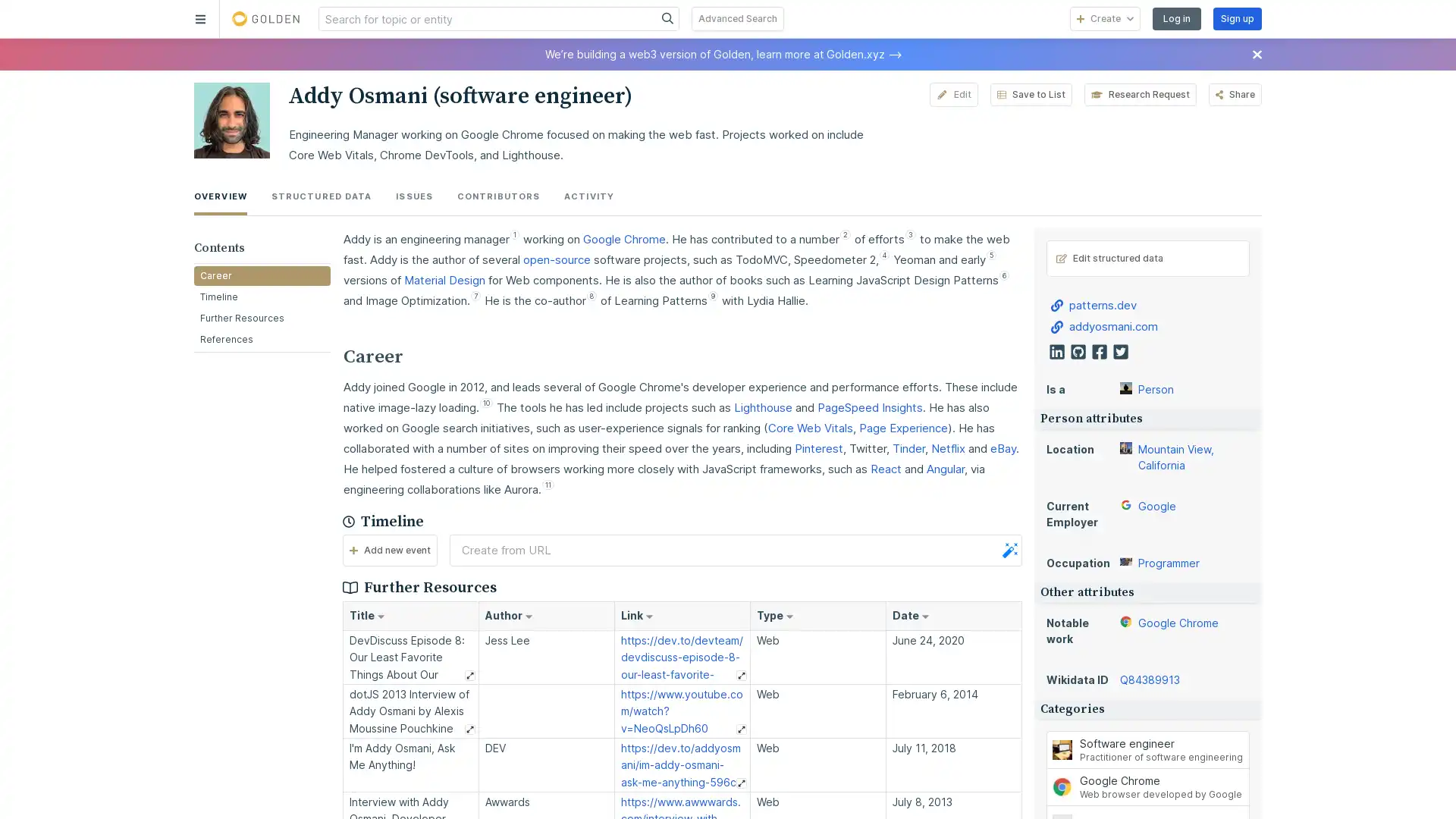 The height and width of the screenshot is (819, 1456). What do you see at coordinates (1105, 18) in the screenshot?
I see `Create` at bounding box center [1105, 18].